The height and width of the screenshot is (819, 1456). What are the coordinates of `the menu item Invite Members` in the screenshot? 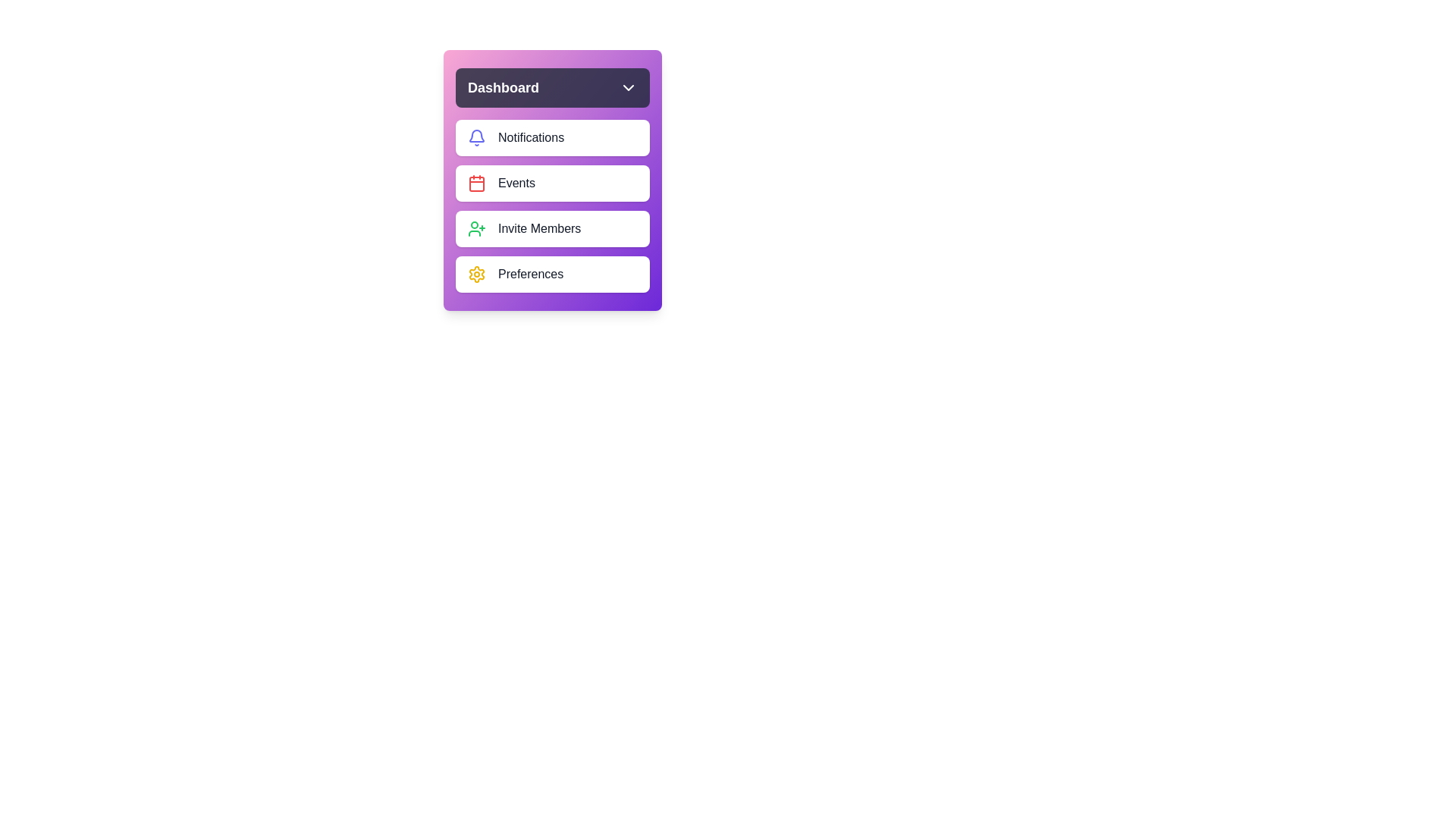 It's located at (552, 228).